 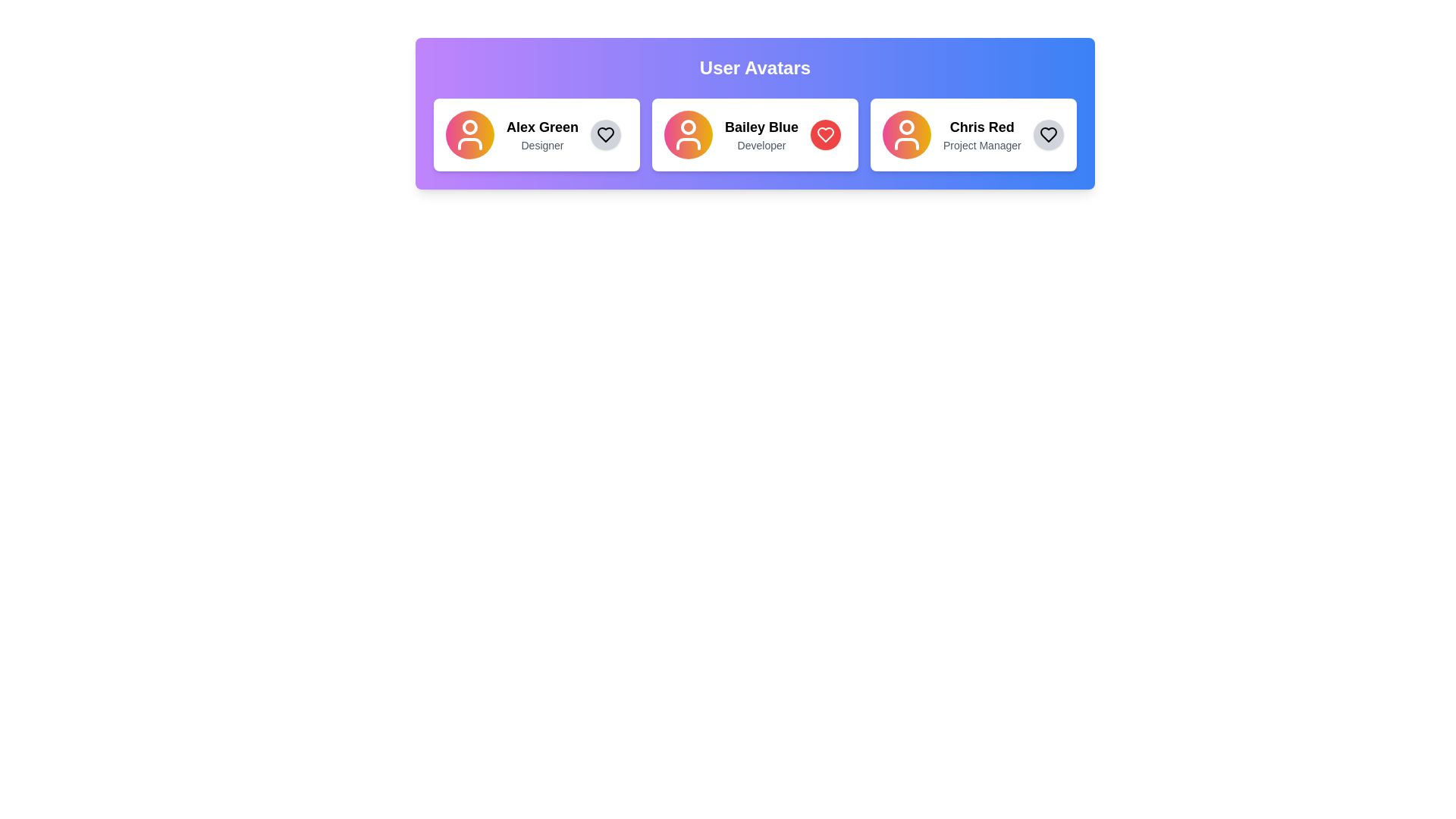 What do you see at coordinates (469, 133) in the screenshot?
I see `the circular profile icon with a gradient background that features a white user figure, located within the user information card for 'Alex Green', the first card in a horizontal list` at bounding box center [469, 133].